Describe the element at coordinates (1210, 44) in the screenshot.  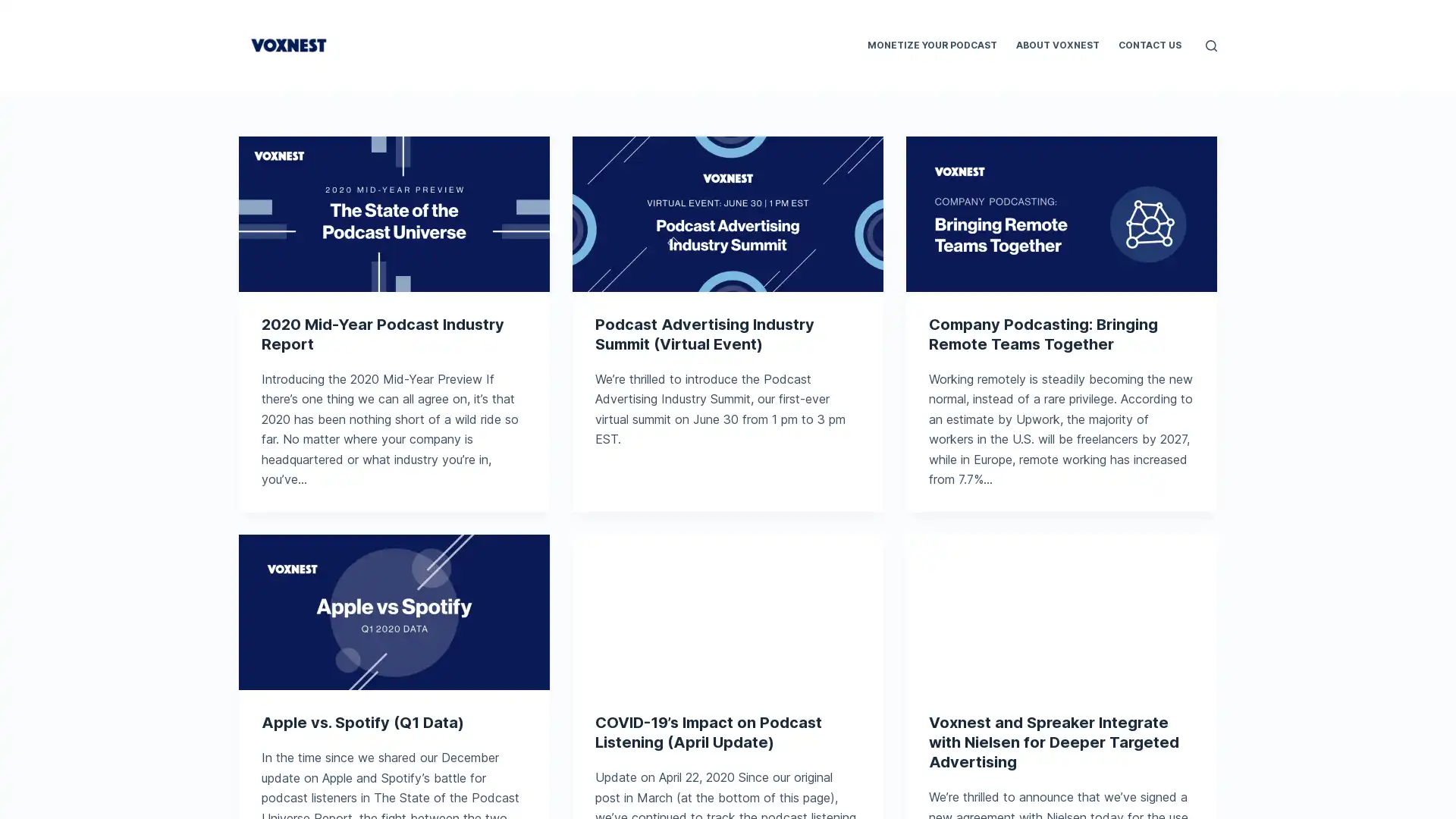
I see `Open search form` at that location.